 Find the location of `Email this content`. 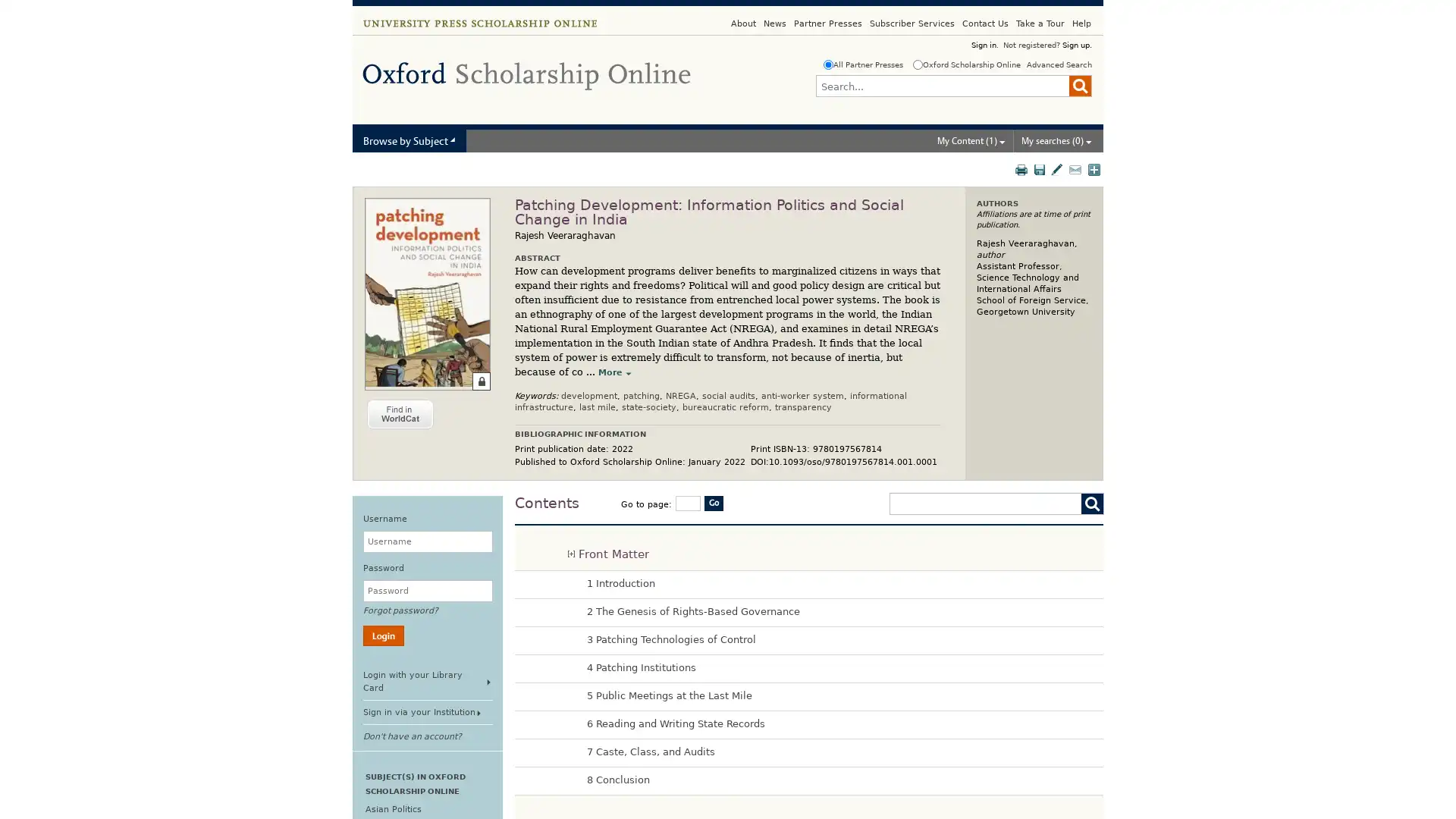

Email this content is located at coordinates (1076, 169).